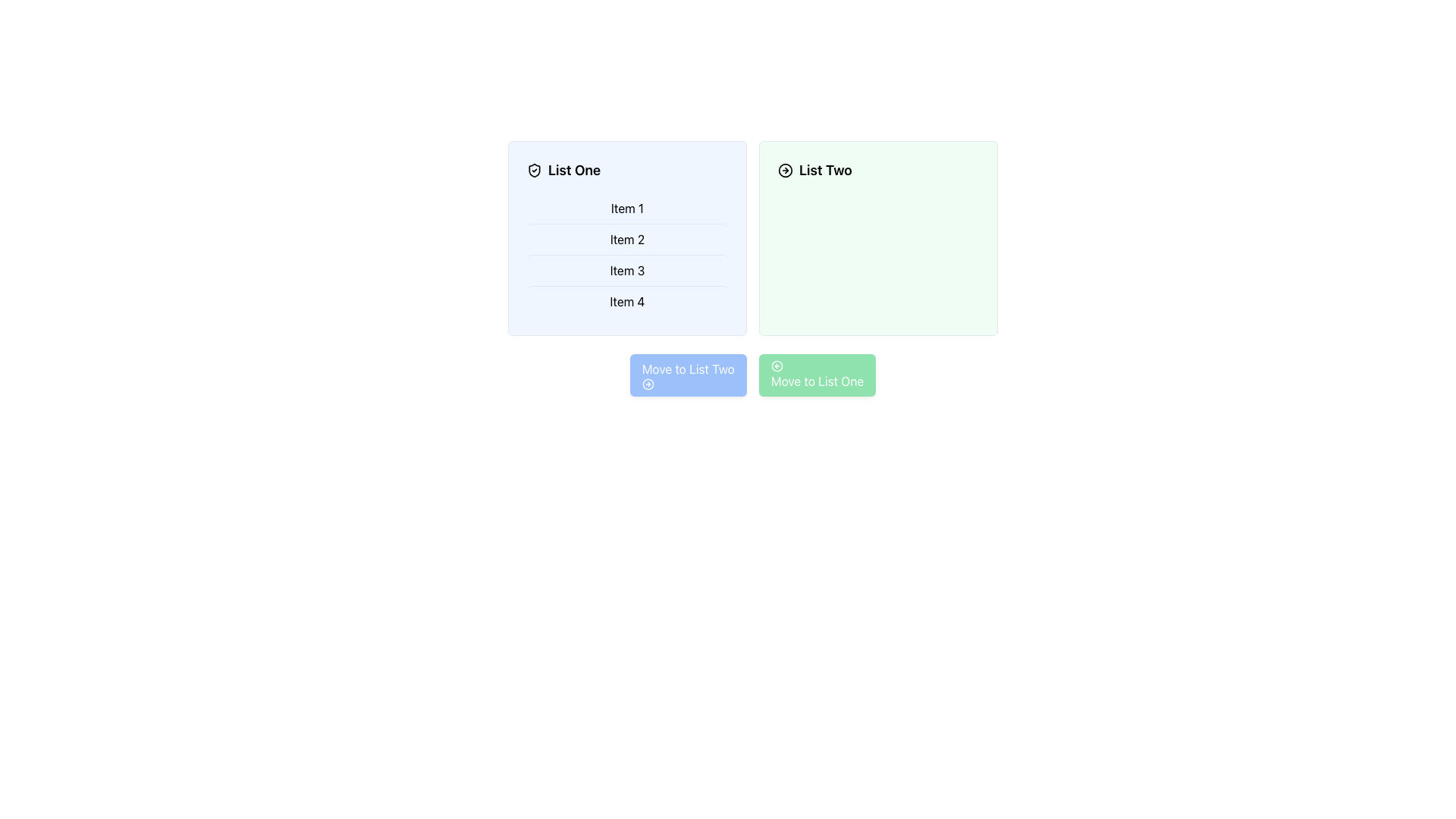 The image size is (1456, 819). I want to click on the circular icon with a left-pointing arrow located within the 'Move to List One' button, which has a green background and white text, so click(777, 366).